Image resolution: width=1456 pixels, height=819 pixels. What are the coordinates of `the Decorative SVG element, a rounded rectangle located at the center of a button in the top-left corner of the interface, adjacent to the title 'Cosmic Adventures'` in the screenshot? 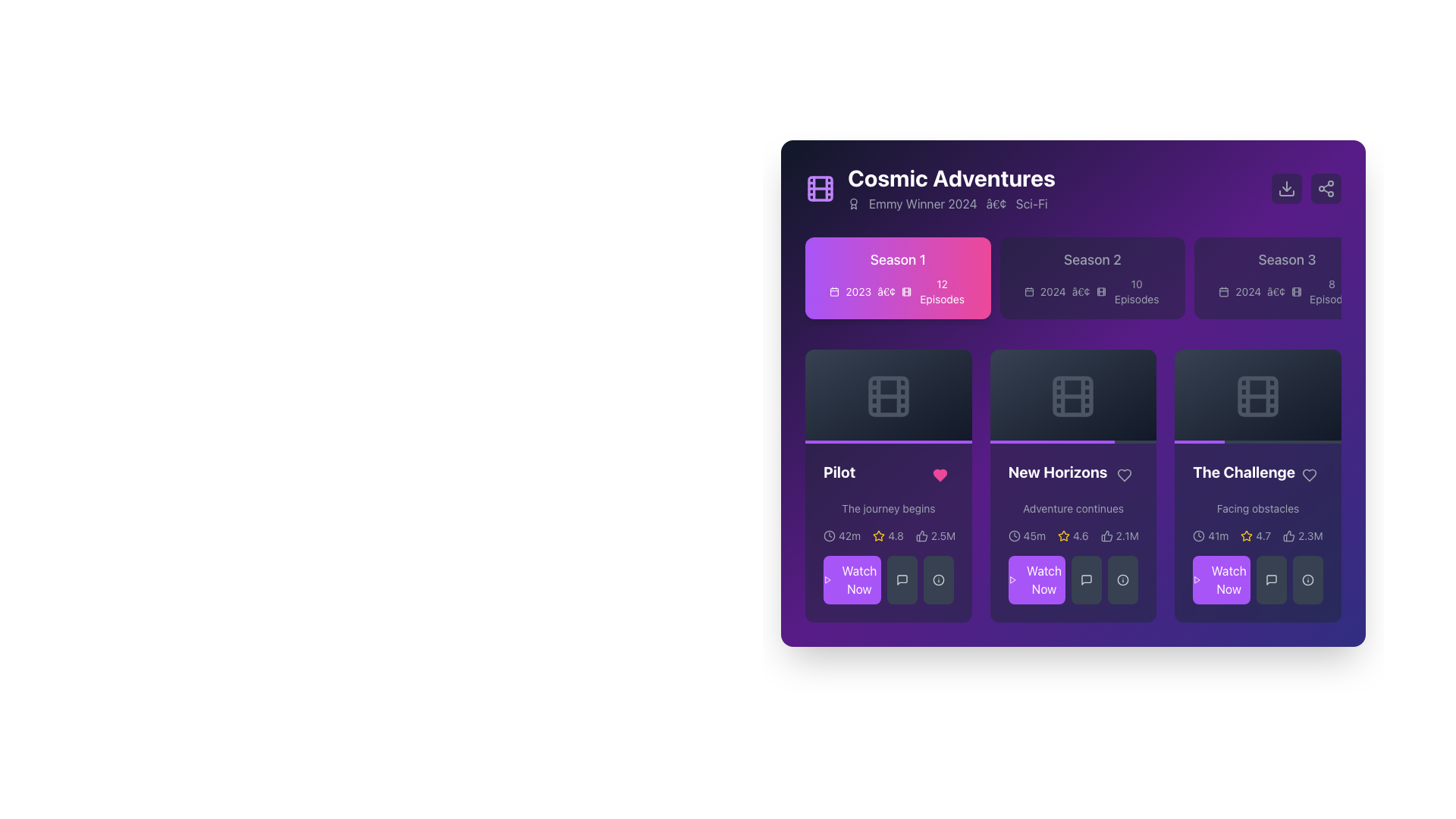 It's located at (1101, 292).